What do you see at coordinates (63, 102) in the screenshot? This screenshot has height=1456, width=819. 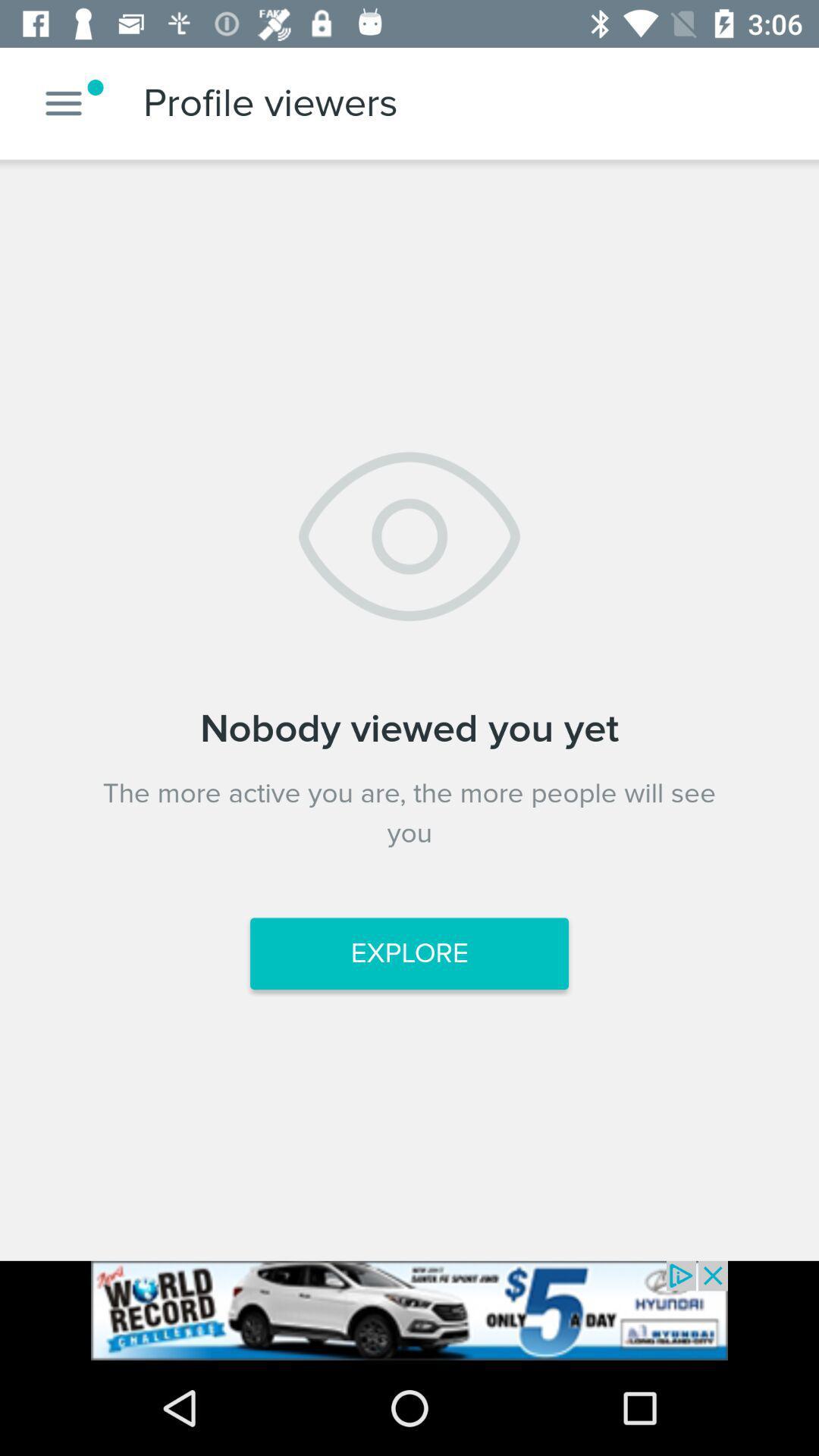 I see `using the homepage` at bounding box center [63, 102].